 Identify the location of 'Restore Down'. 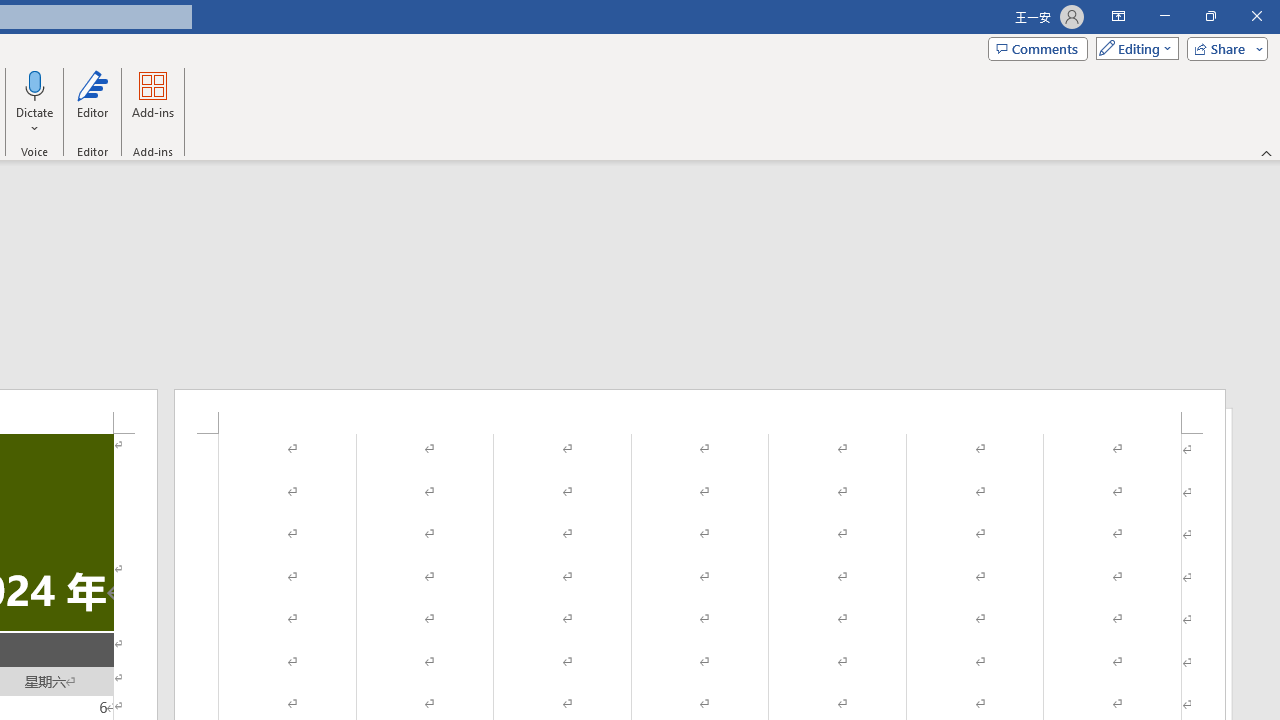
(1209, 16).